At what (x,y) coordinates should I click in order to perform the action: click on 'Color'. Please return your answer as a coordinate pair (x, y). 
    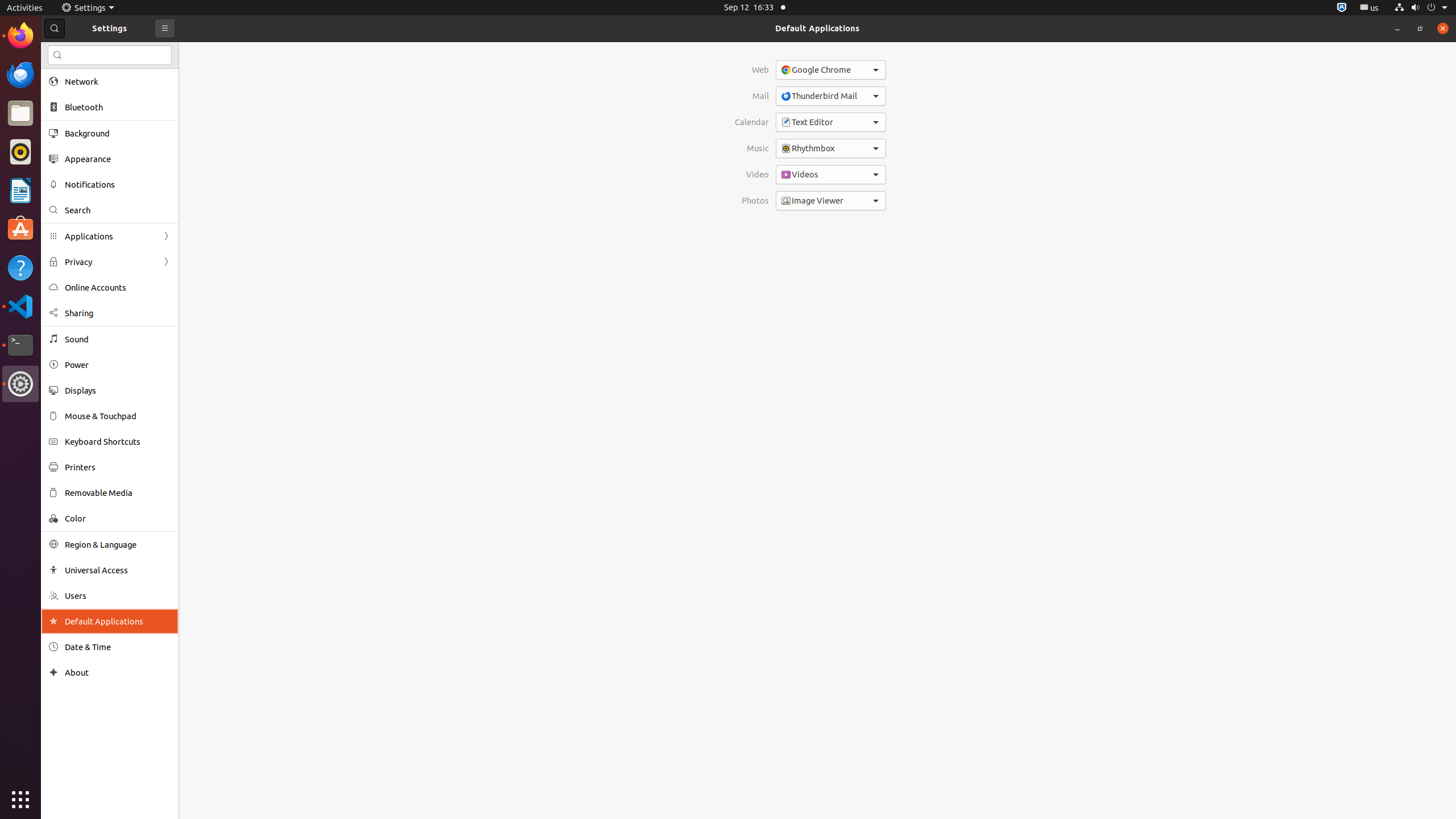
    Looking at the image, I should click on (118, 518).